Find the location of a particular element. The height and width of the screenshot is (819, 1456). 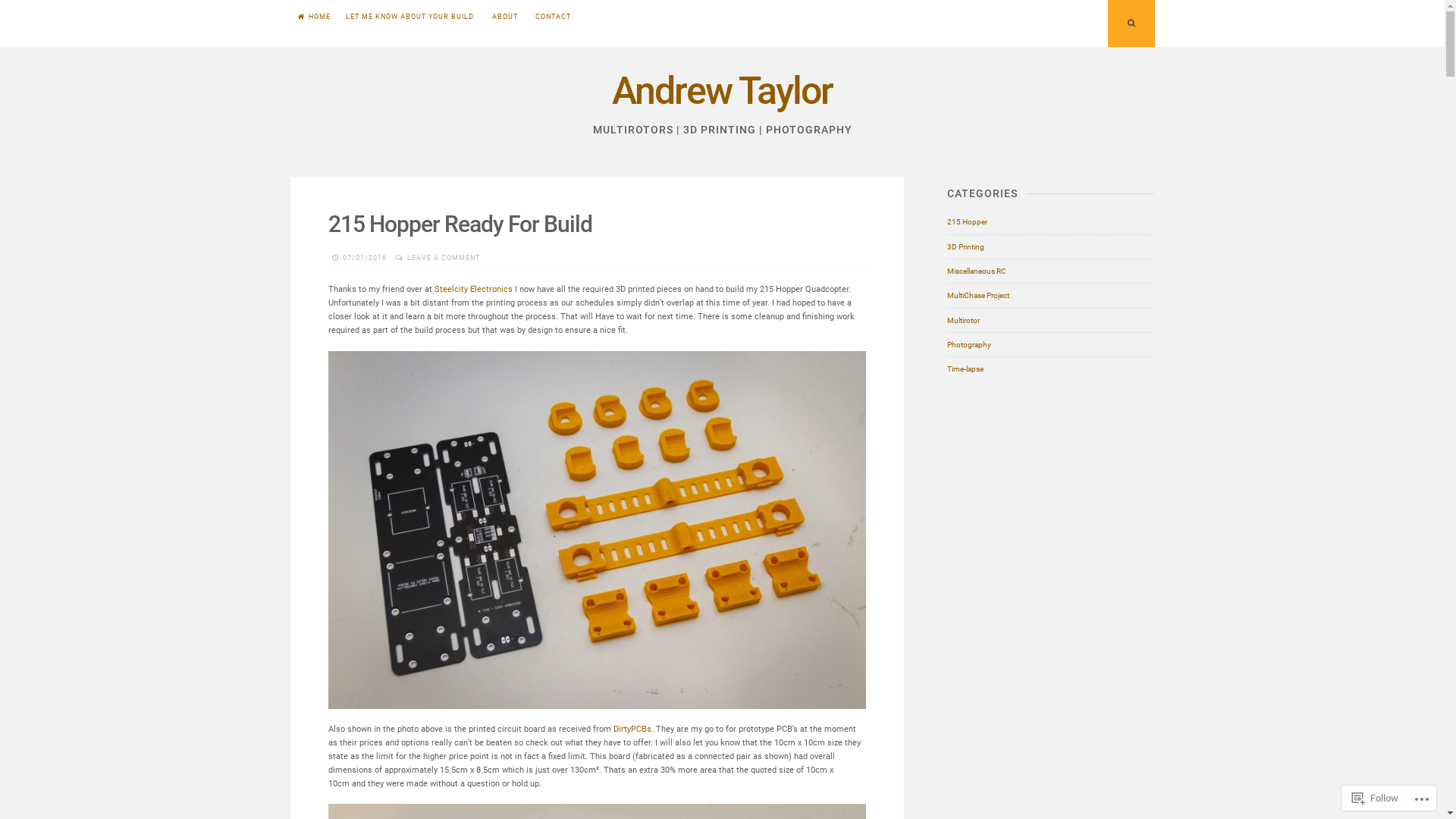

'215 Hopper' is located at coordinates (946, 222).